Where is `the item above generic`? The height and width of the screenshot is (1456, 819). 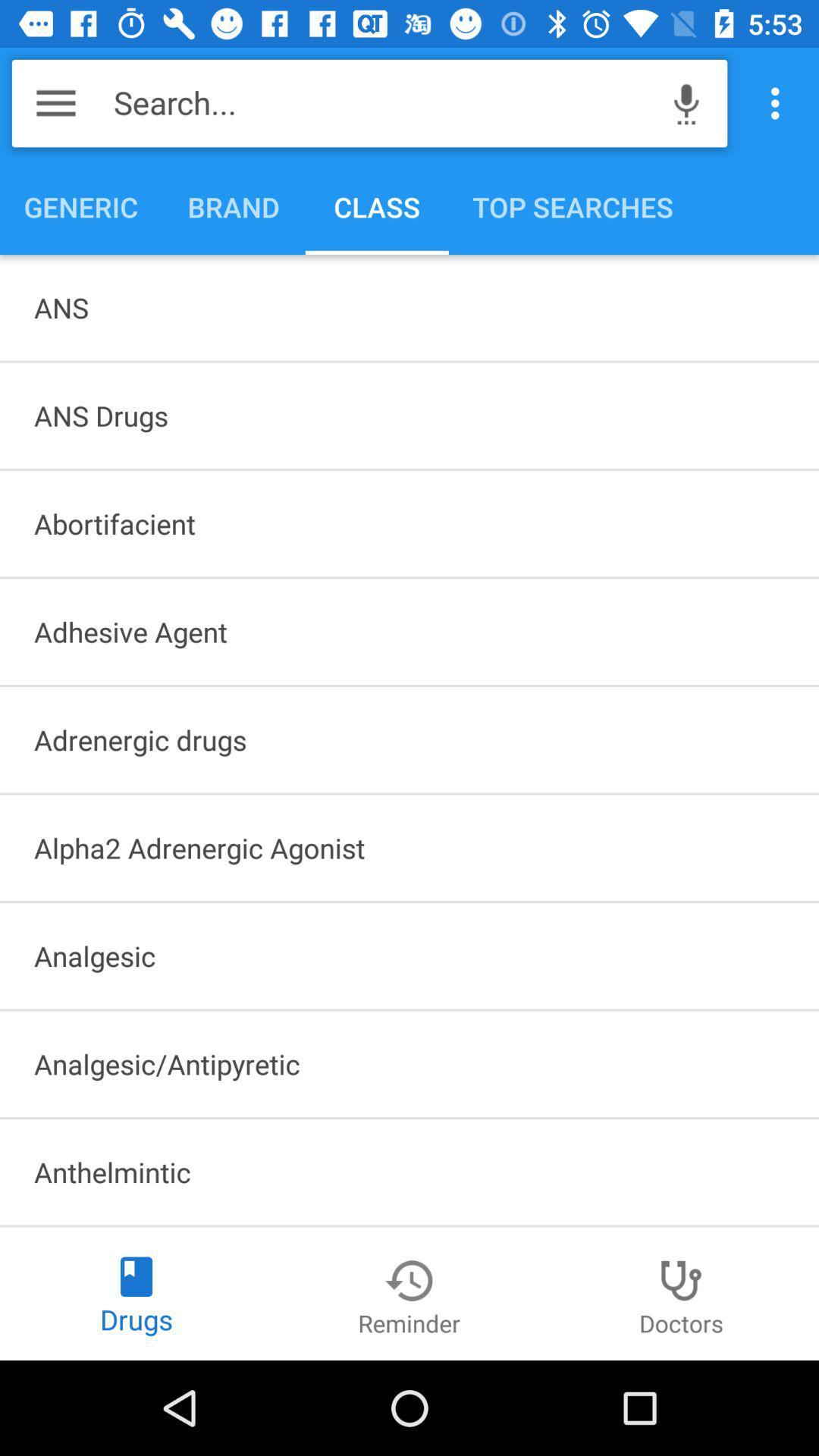
the item above generic is located at coordinates (382, 102).